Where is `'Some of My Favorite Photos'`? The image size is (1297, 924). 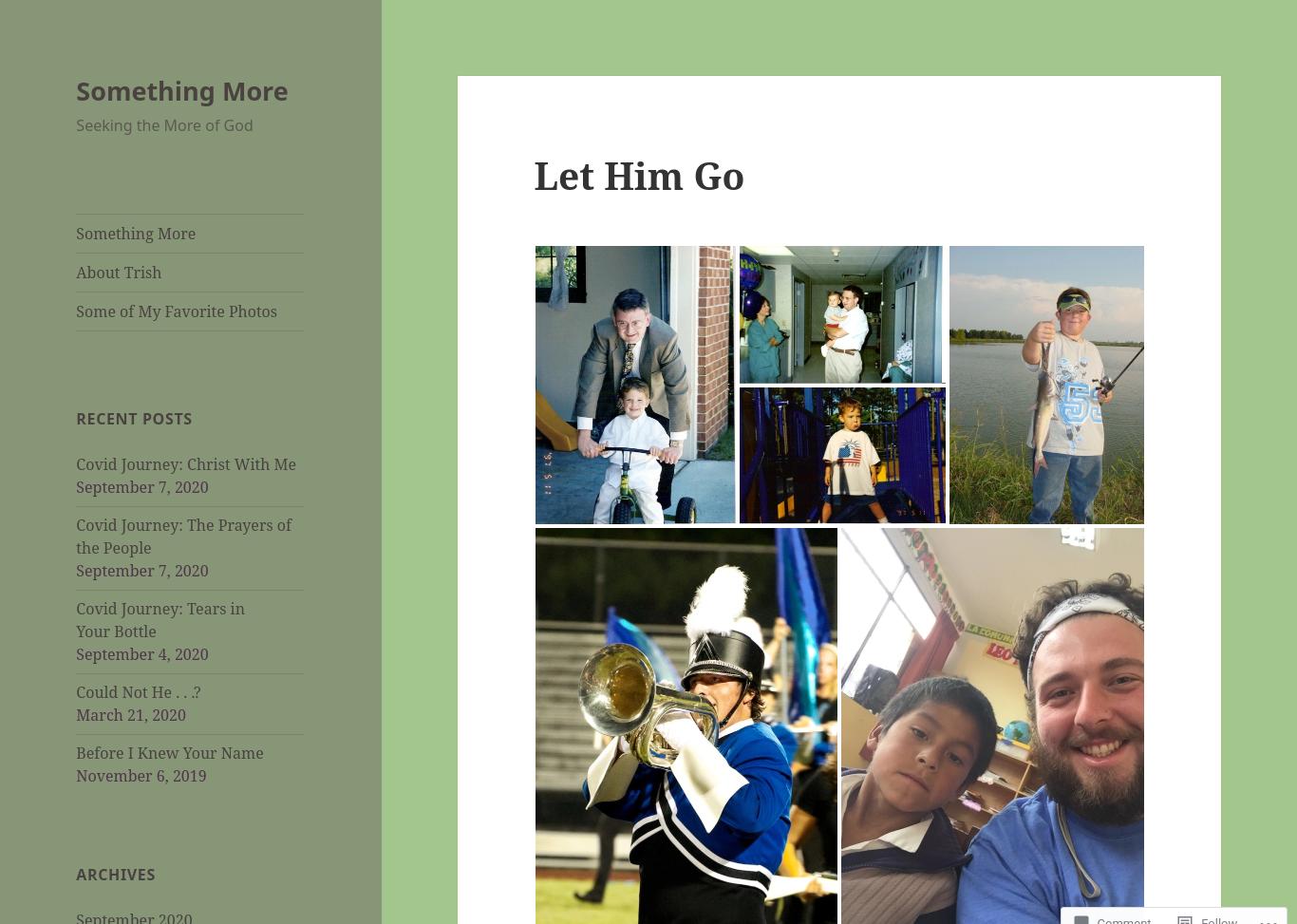 'Some of My Favorite Photos' is located at coordinates (176, 311).